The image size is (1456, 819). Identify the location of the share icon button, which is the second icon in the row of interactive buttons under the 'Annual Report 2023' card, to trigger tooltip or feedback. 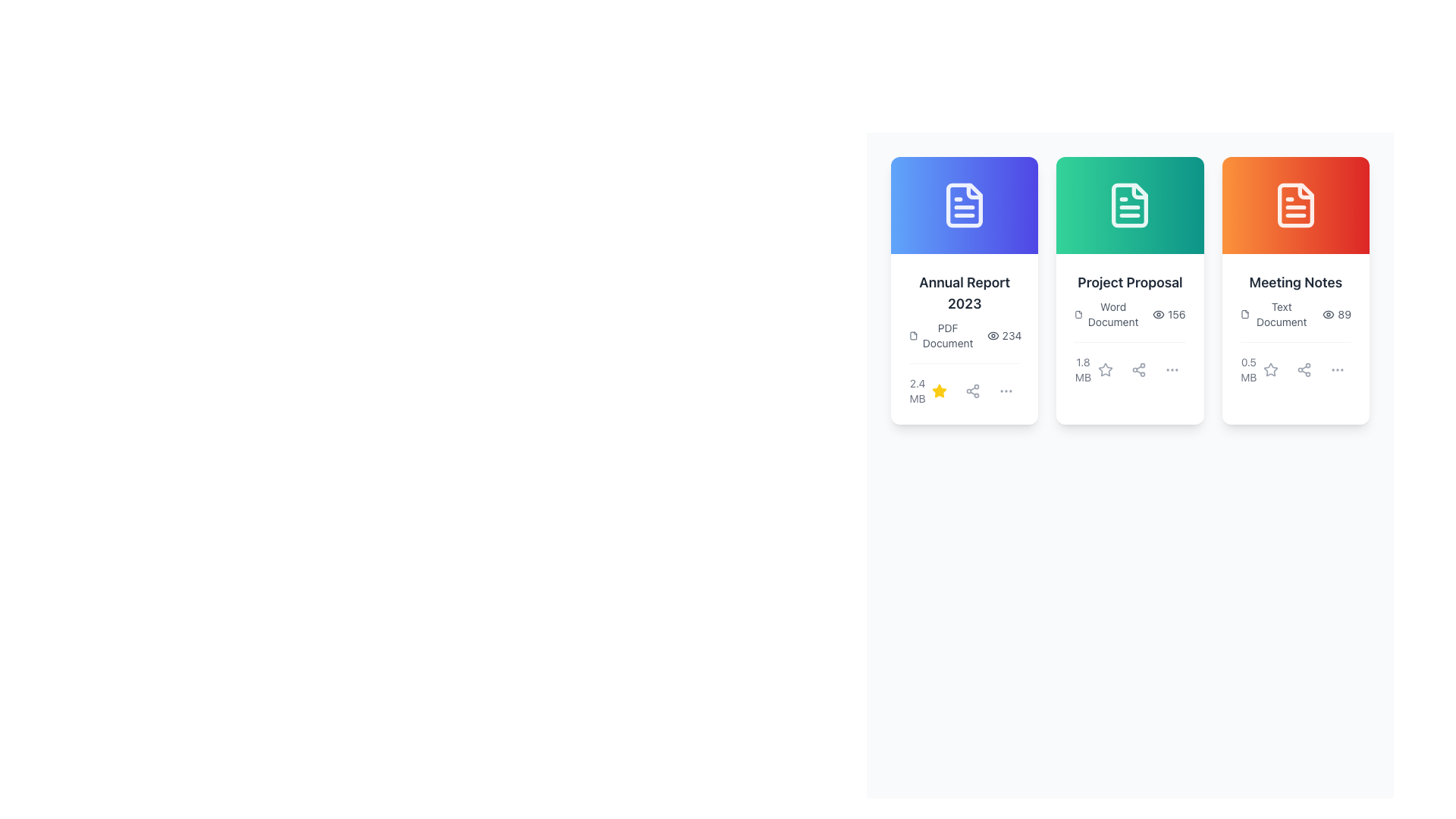
(973, 391).